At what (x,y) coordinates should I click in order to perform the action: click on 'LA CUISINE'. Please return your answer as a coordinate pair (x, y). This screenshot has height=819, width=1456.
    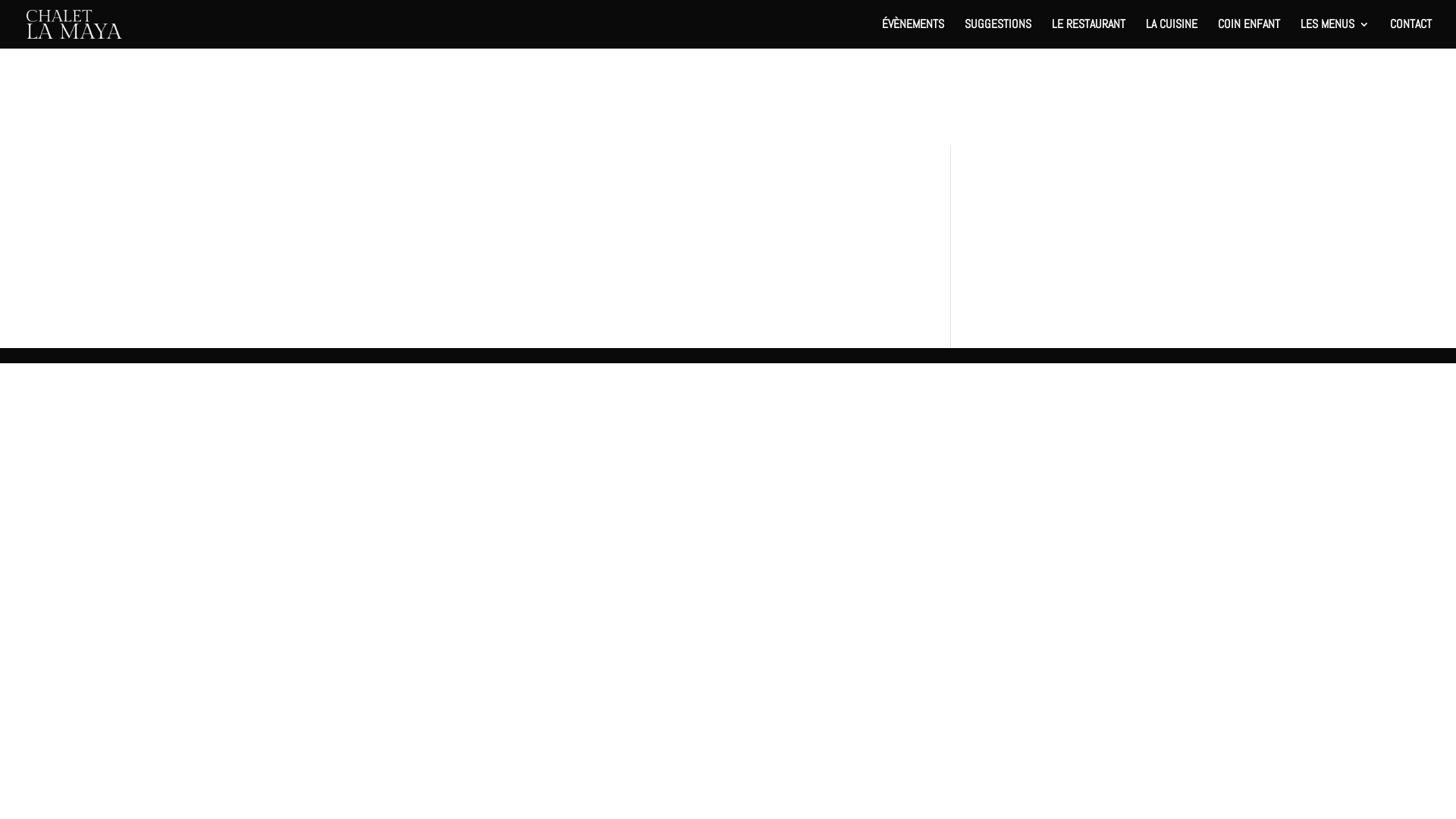
    Looking at the image, I should click on (1171, 33).